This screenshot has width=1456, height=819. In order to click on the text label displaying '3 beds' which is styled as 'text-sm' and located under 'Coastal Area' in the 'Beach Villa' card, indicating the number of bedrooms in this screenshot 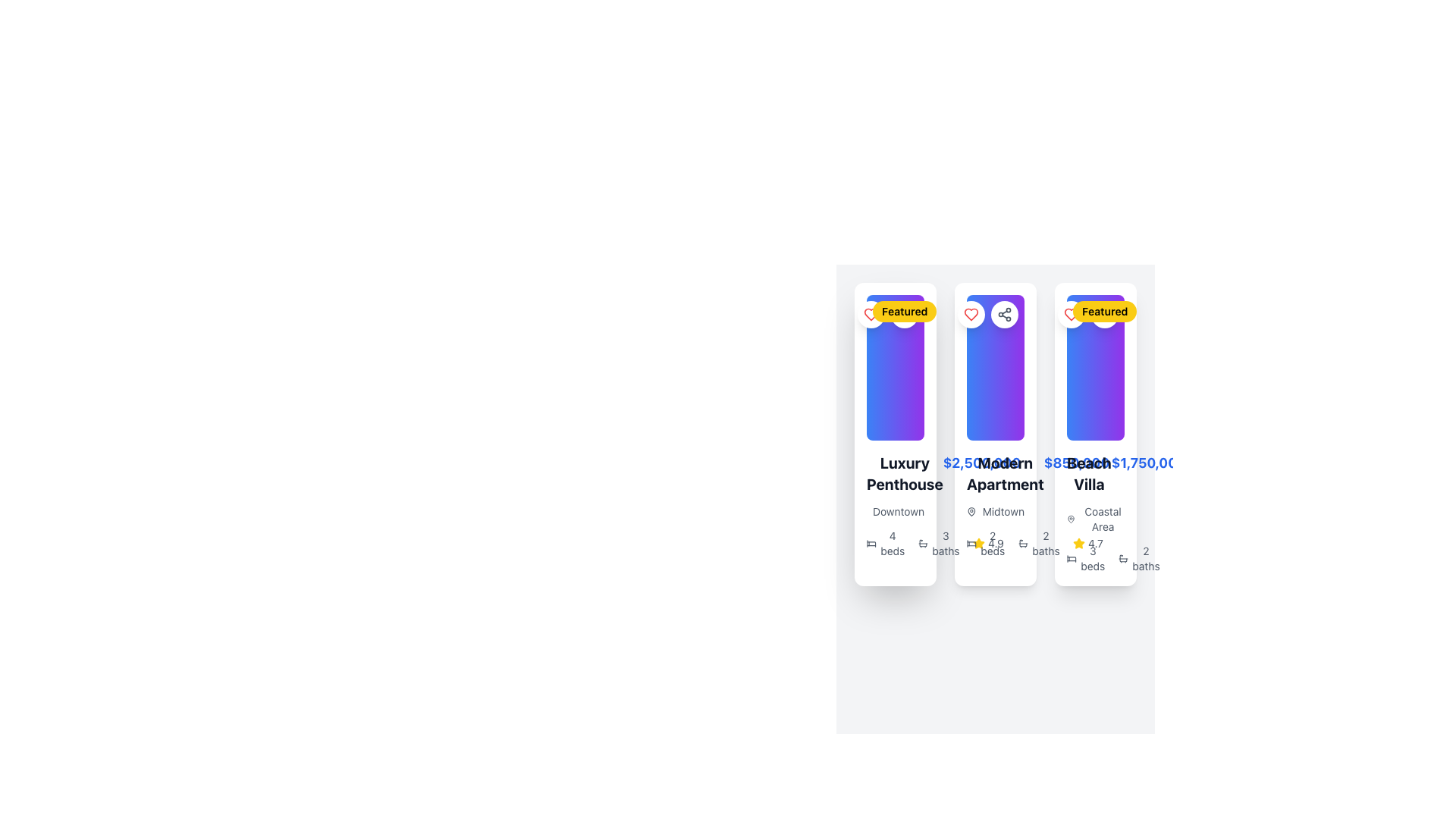, I will do `click(1093, 558)`.